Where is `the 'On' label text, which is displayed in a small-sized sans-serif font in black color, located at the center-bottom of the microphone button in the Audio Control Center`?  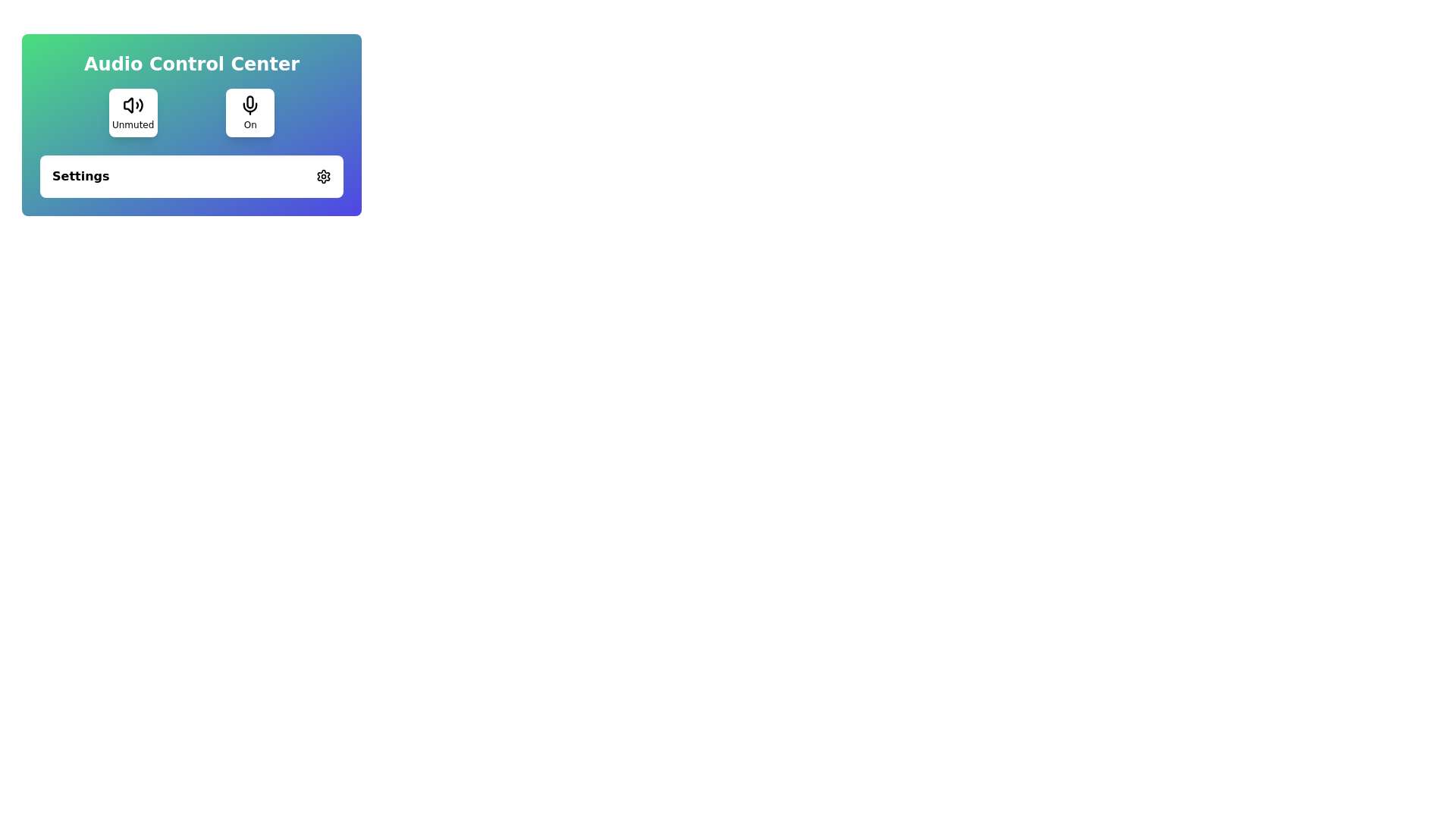
the 'On' label text, which is displayed in a small-sized sans-serif font in black color, located at the center-bottom of the microphone button in the Audio Control Center is located at coordinates (250, 124).